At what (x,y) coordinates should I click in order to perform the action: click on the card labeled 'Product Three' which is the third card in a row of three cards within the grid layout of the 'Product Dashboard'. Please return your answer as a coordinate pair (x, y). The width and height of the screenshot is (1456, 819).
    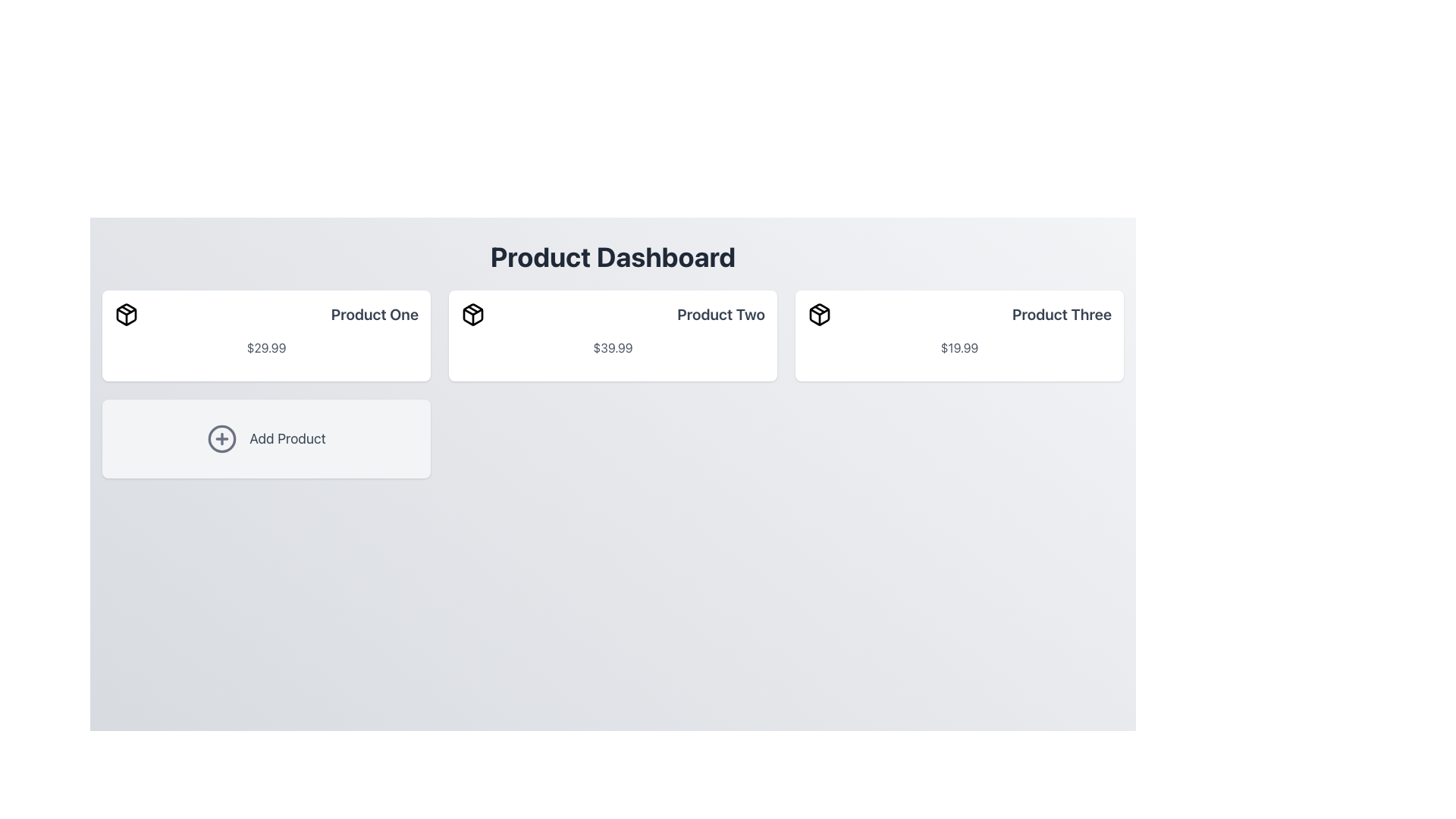
    Looking at the image, I should click on (959, 335).